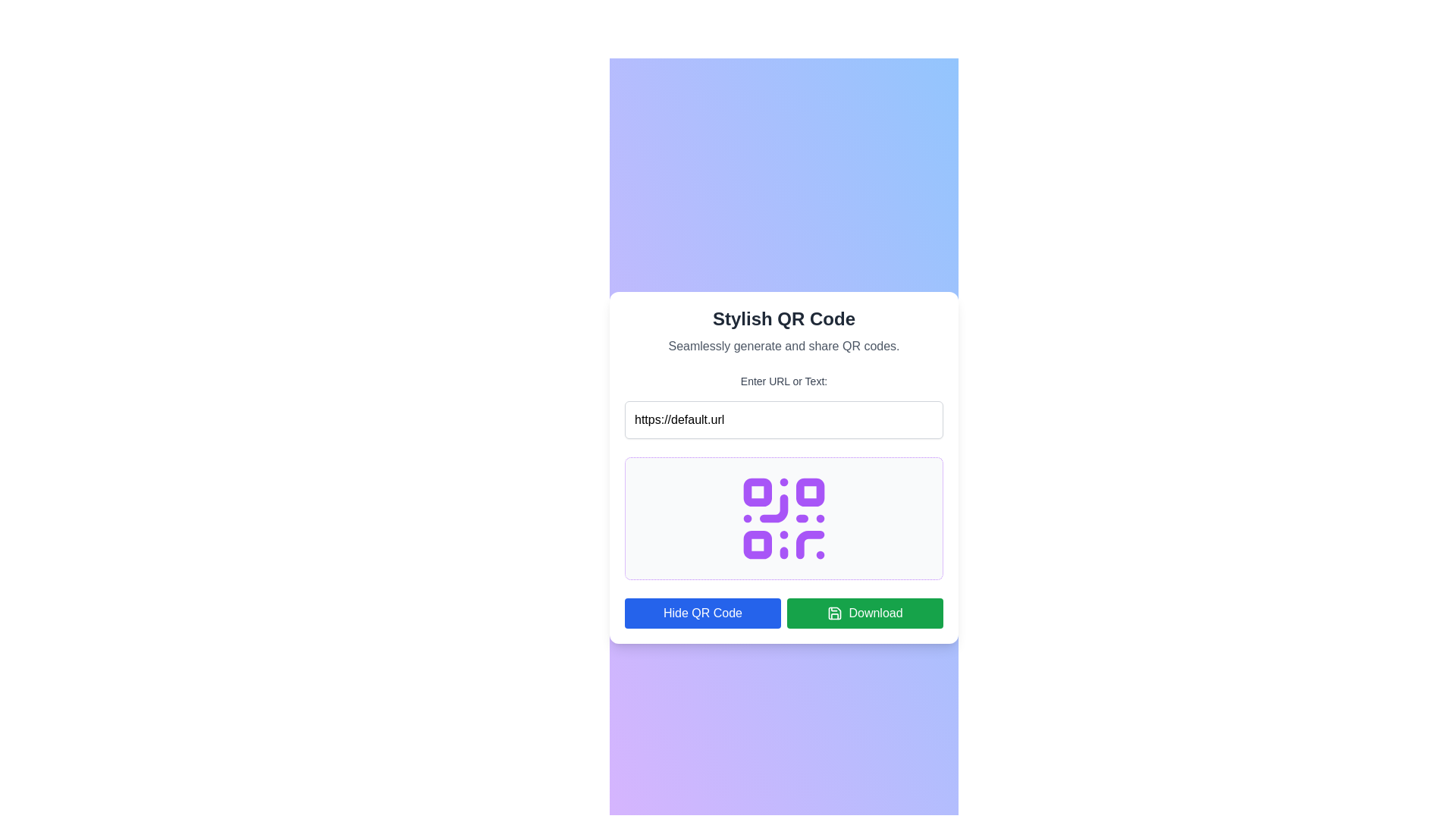  What do you see at coordinates (865, 613) in the screenshot?
I see `the green rectangular 'Download' button with a white save icon to initiate the download` at bounding box center [865, 613].